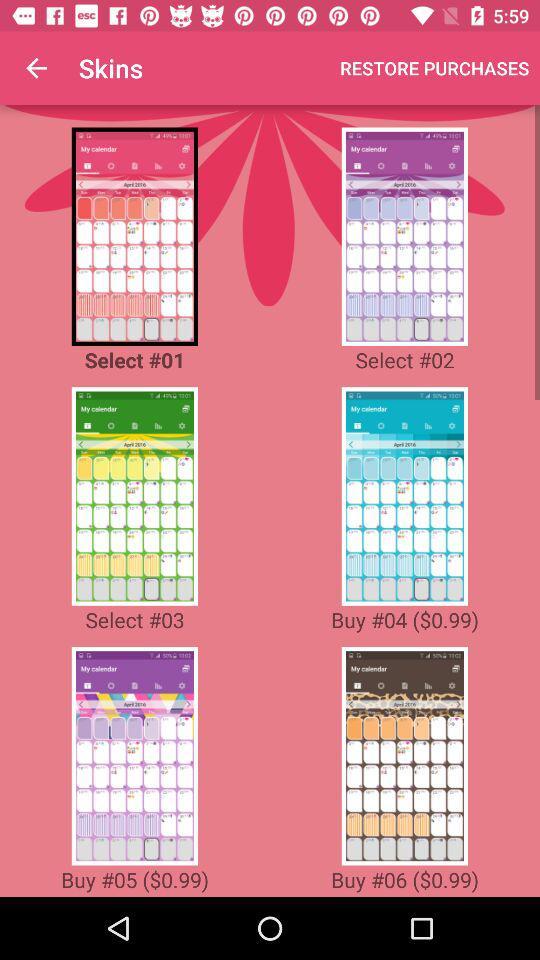 The width and height of the screenshot is (540, 960). What do you see at coordinates (134, 236) in the screenshot?
I see `choose that one` at bounding box center [134, 236].